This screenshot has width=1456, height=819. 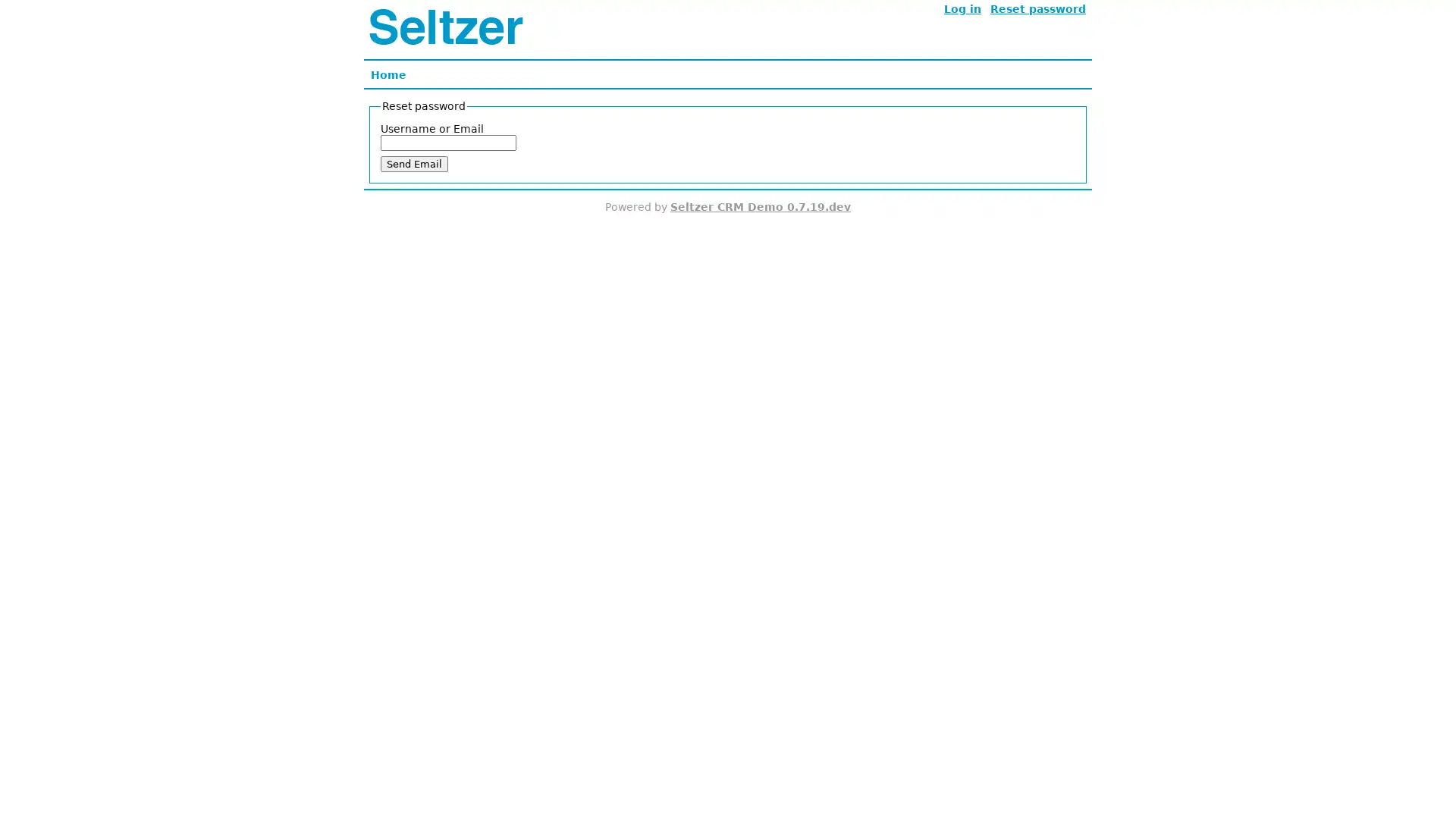 What do you see at coordinates (414, 164) in the screenshot?
I see `Send Email` at bounding box center [414, 164].